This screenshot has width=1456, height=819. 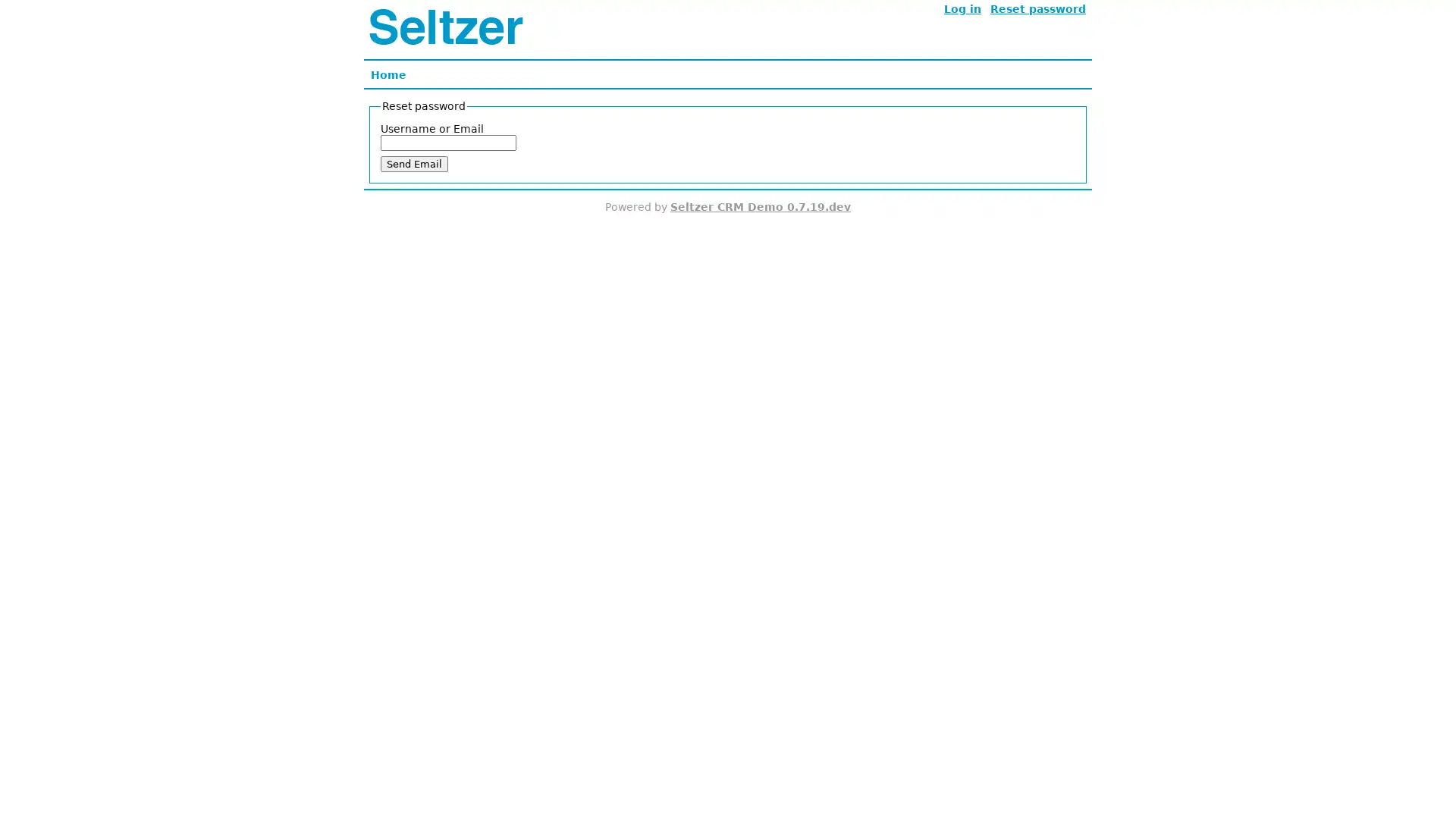 What do you see at coordinates (414, 164) in the screenshot?
I see `Send Email` at bounding box center [414, 164].